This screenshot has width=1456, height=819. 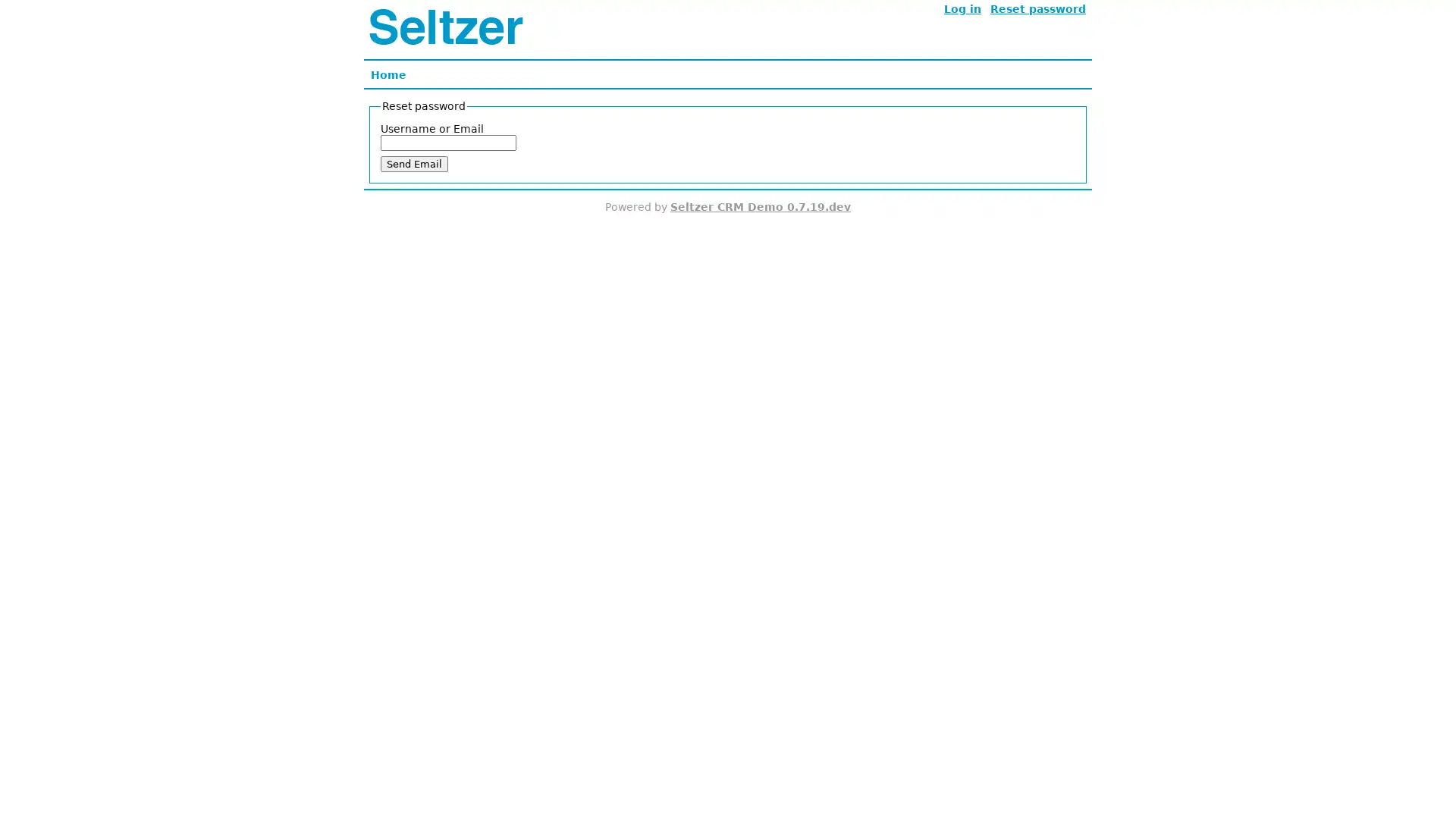 What do you see at coordinates (414, 164) in the screenshot?
I see `Send Email` at bounding box center [414, 164].